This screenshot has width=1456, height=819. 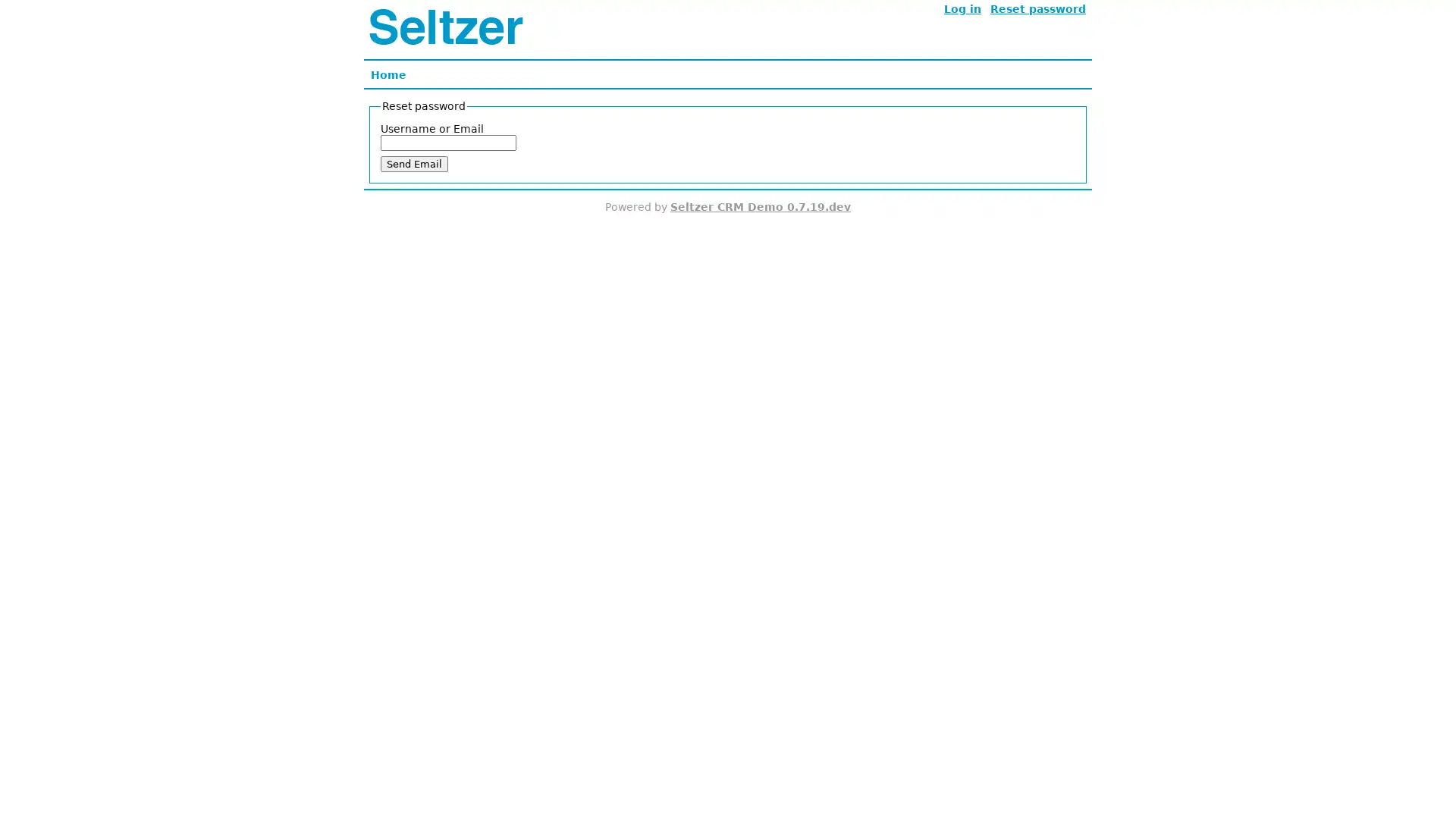 What do you see at coordinates (414, 164) in the screenshot?
I see `Send Email` at bounding box center [414, 164].